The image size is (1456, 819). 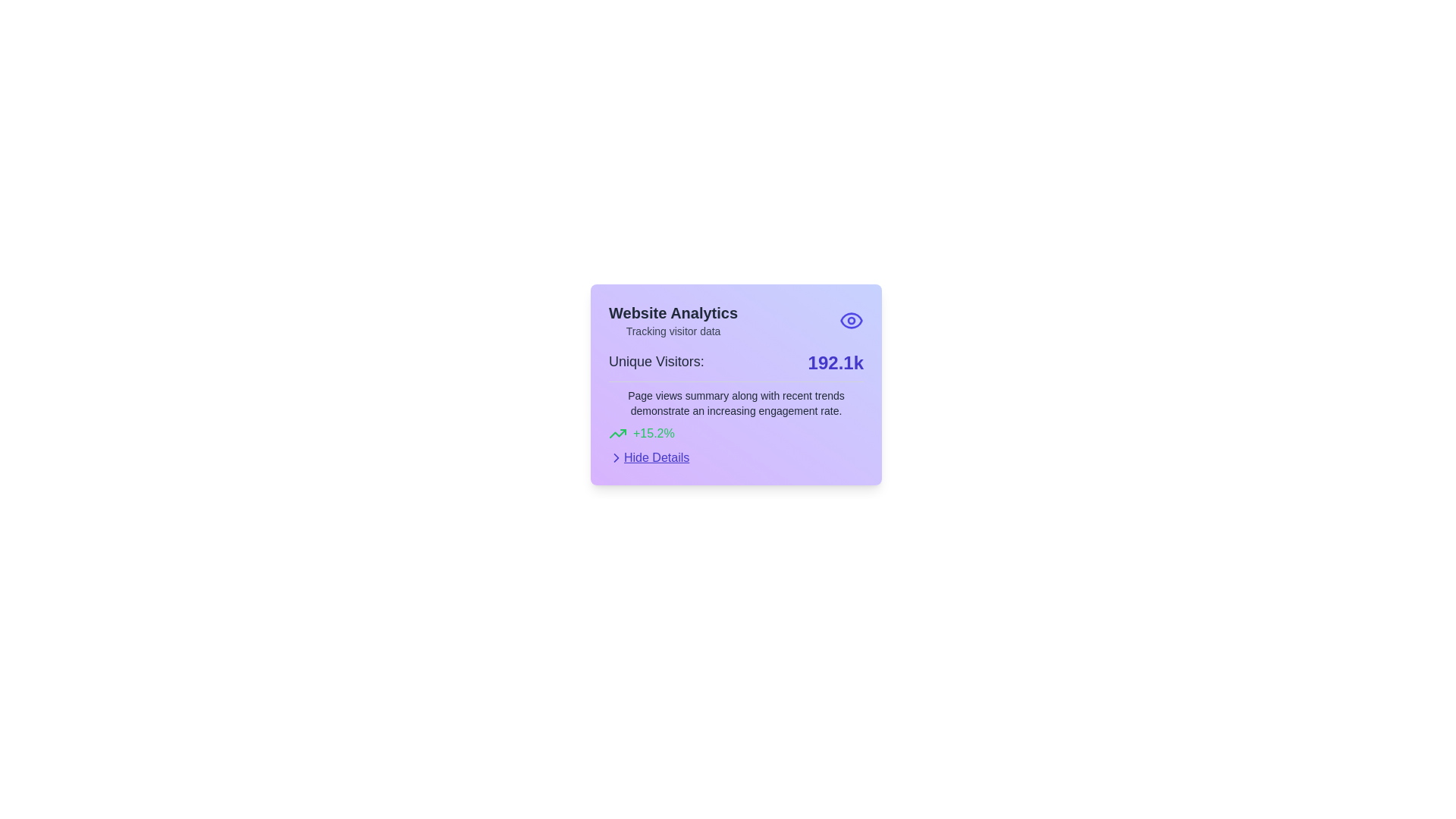 What do you see at coordinates (673, 330) in the screenshot?
I see `the text label reading 'Tracking visitor data', which is styled in a smaller font size and muted gray color, located below the 'Website Analytics' header` at bounding box center [673, 330].